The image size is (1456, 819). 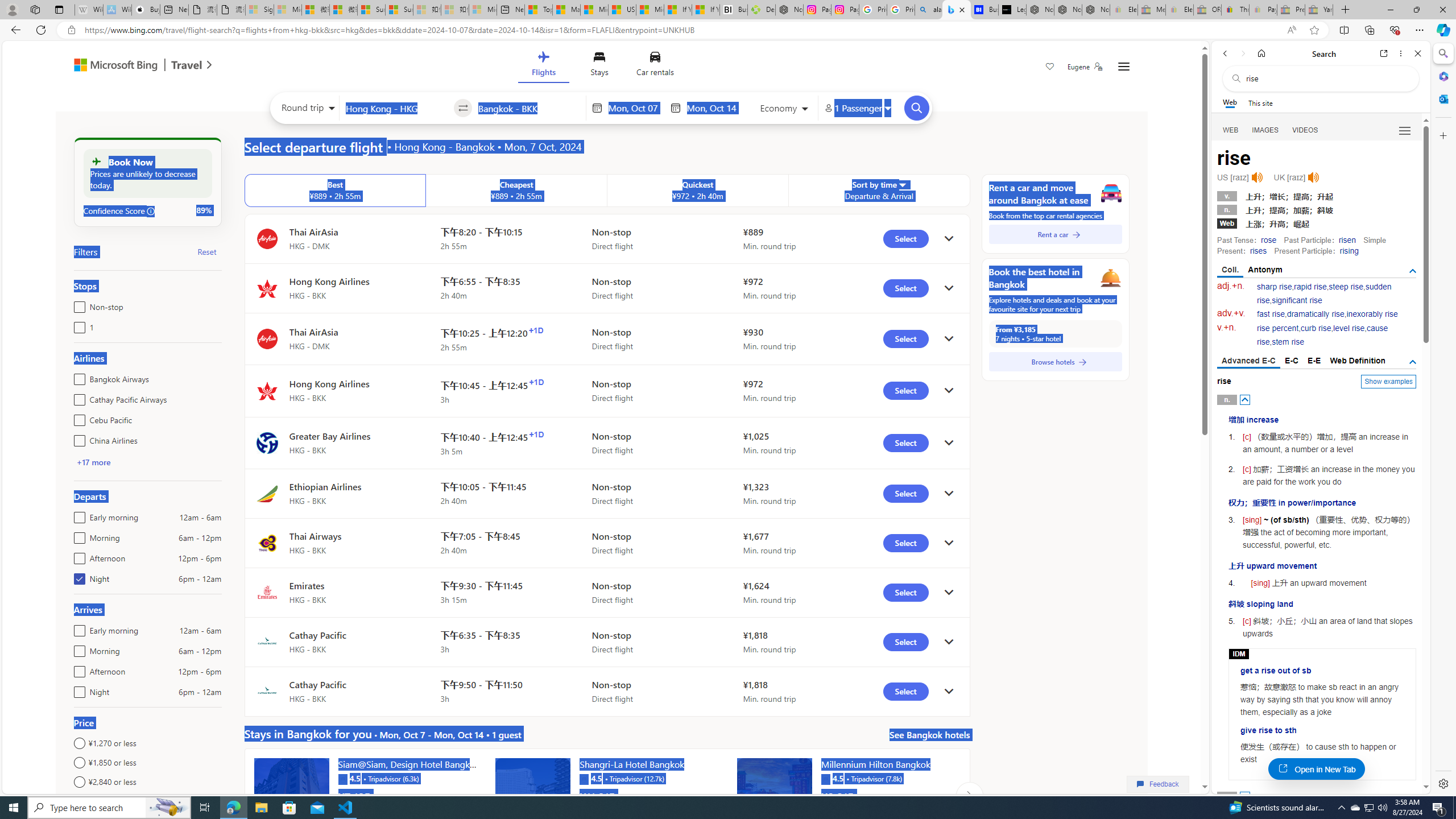 I want to click on 'Sort by time Sorter Departure & Arrival', so click(x=879, y=190).